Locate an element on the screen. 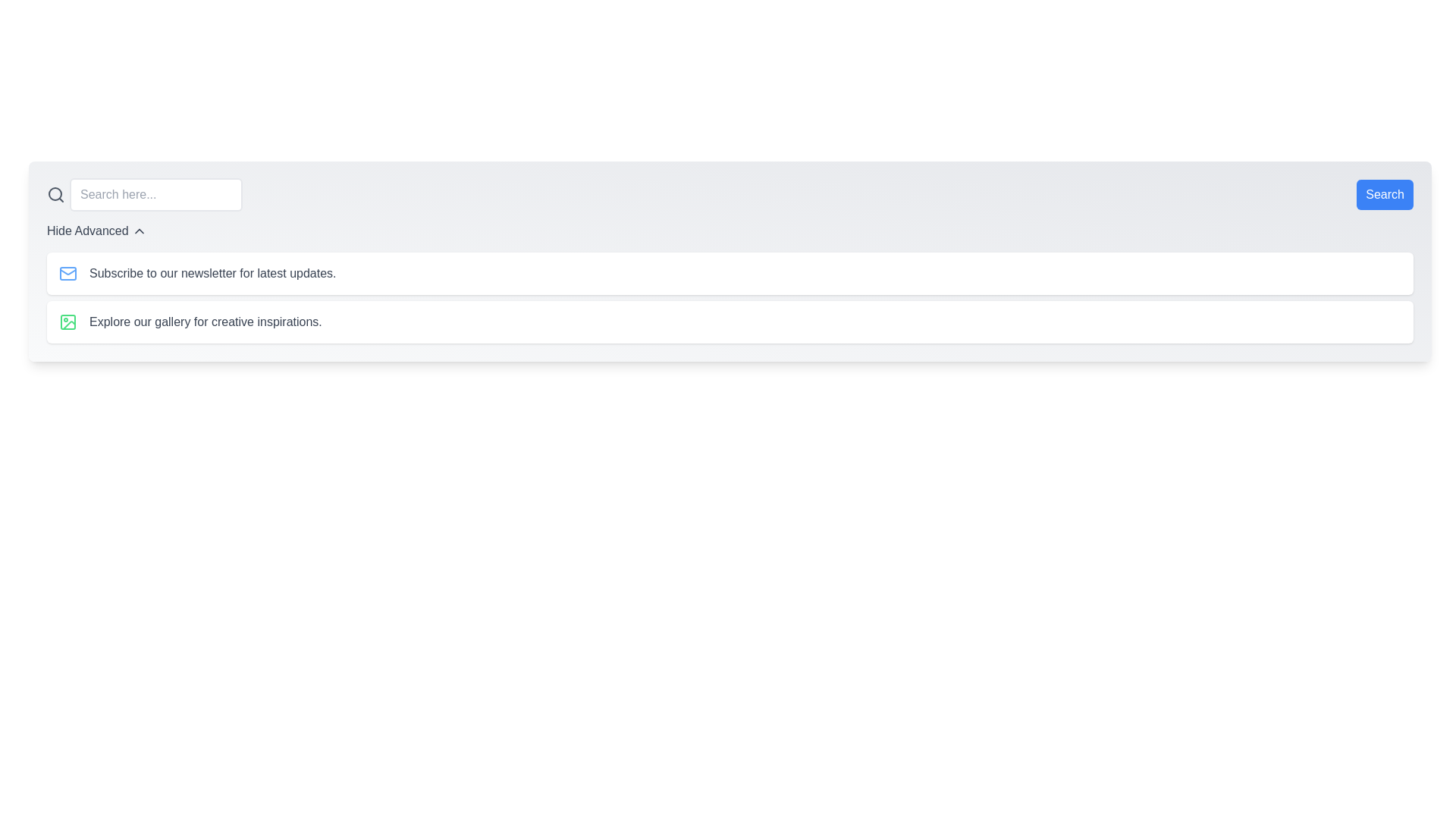 The height and width of the screenshot is (819, 1456). the 'Hide Advanced' text label is located at coordinates (86, 231).